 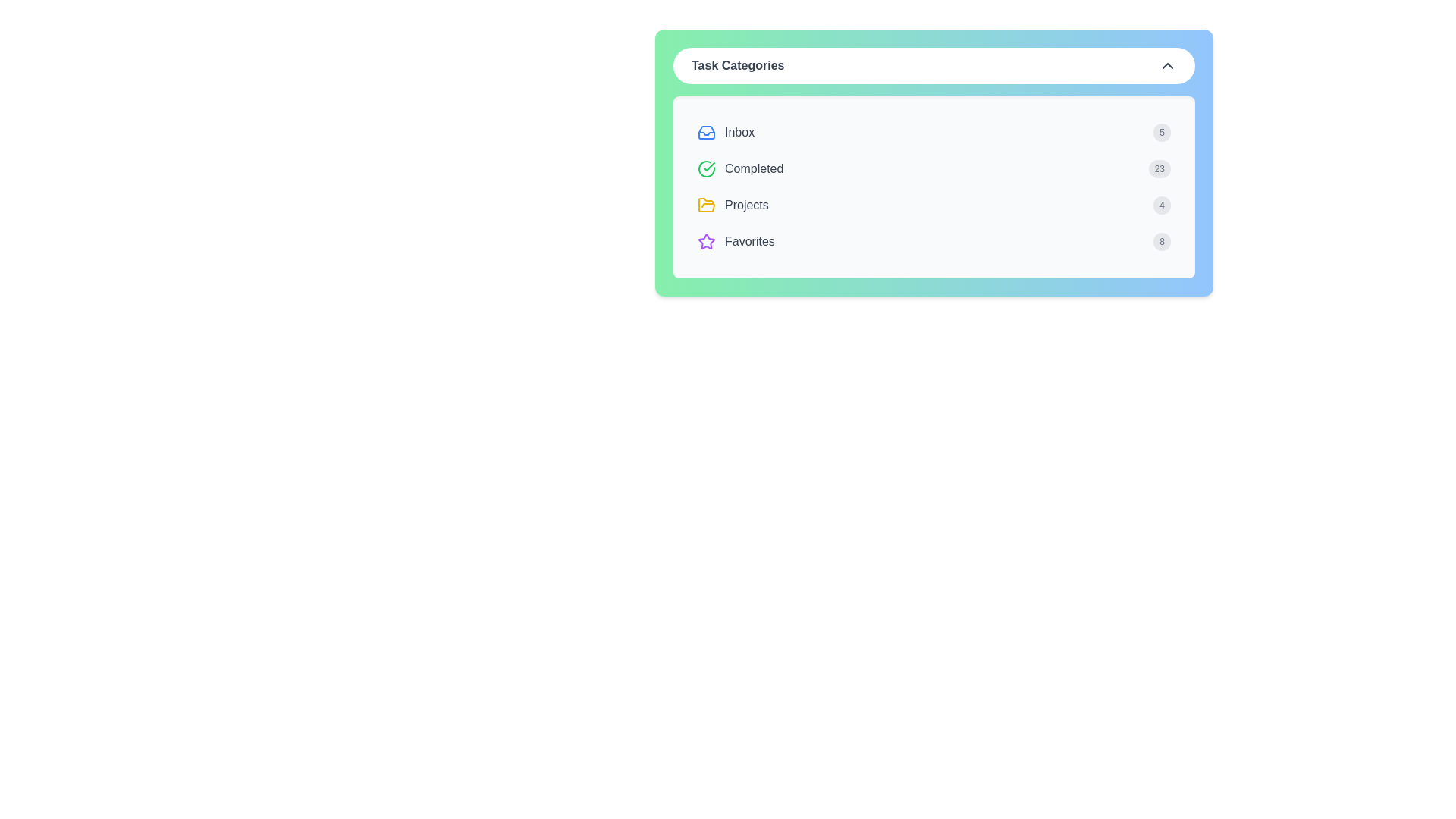 What do you see at coordinates (1161, 205) in the screenshot?
I see `the small, rounded rectangular badge with a gray background containing the numeral '4'` at bounding box center [1161, 205].